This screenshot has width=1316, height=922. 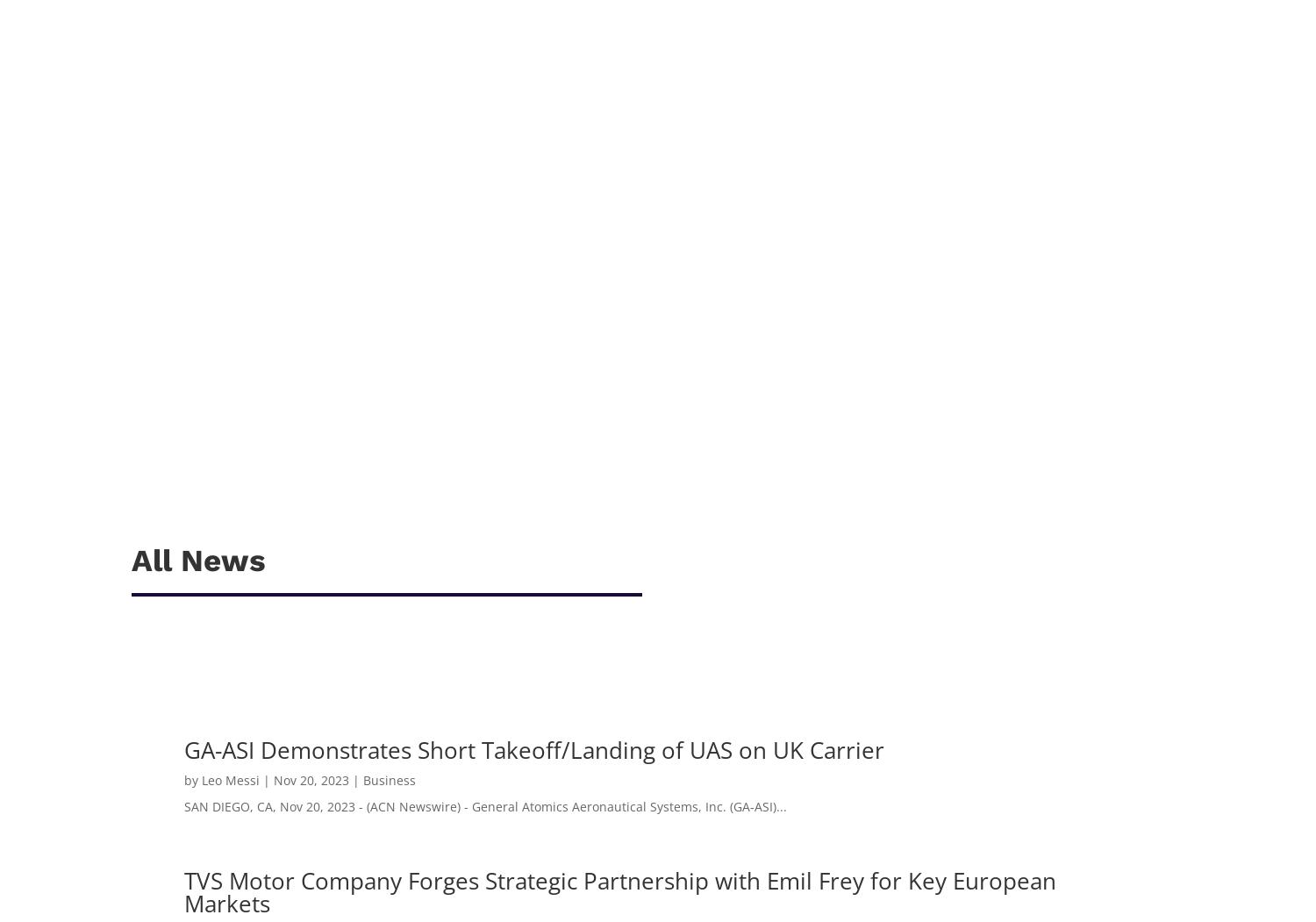 I want to click on 'TVS Motor Company Forges Strategic Partnership with Emil Frey for Key European Markets', so click(x=619, y=890).